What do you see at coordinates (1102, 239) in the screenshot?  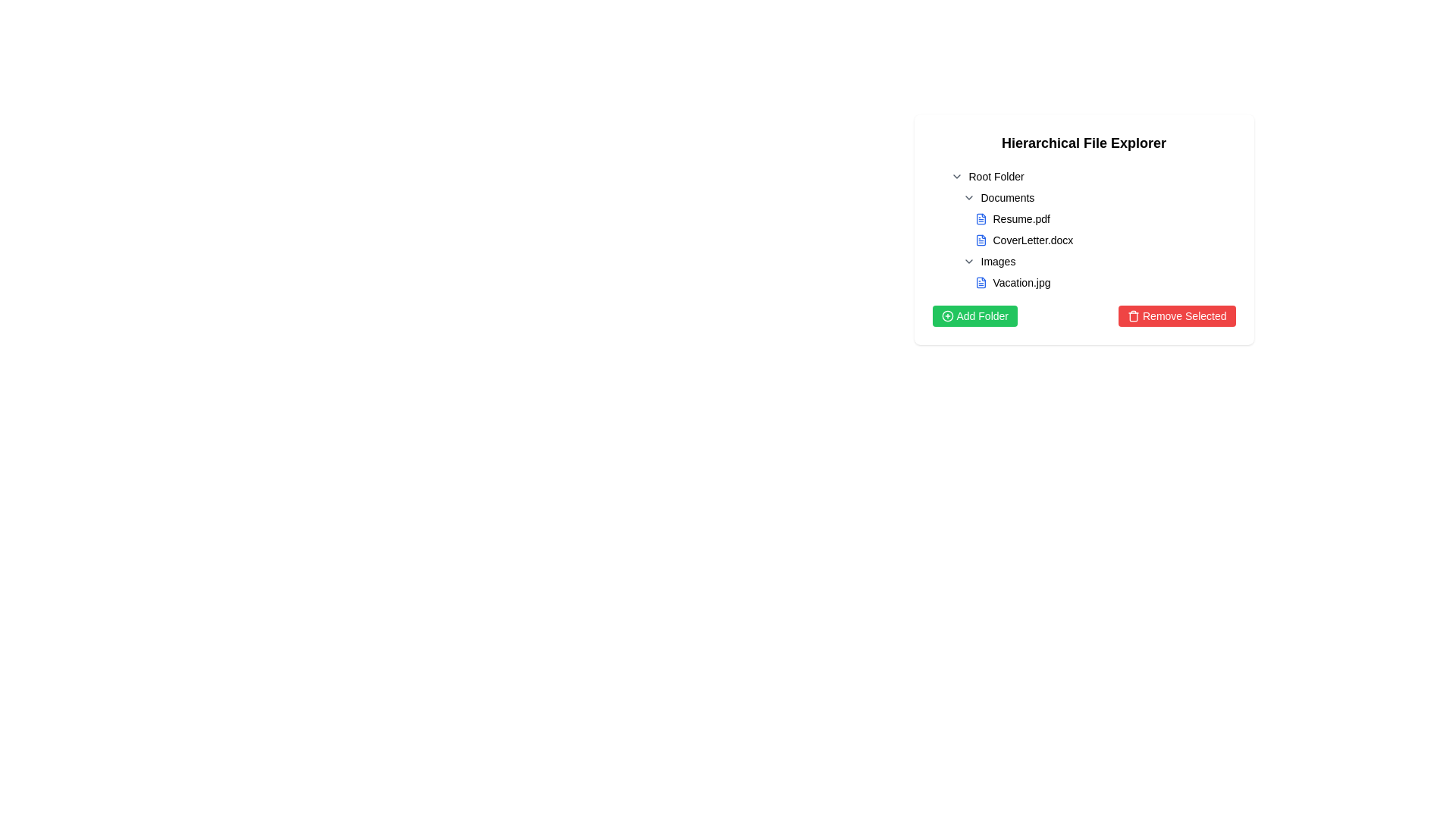 I see `the 'CoverLetter.docx' file entry in the Documents section` at bounding box center [1102, 239].